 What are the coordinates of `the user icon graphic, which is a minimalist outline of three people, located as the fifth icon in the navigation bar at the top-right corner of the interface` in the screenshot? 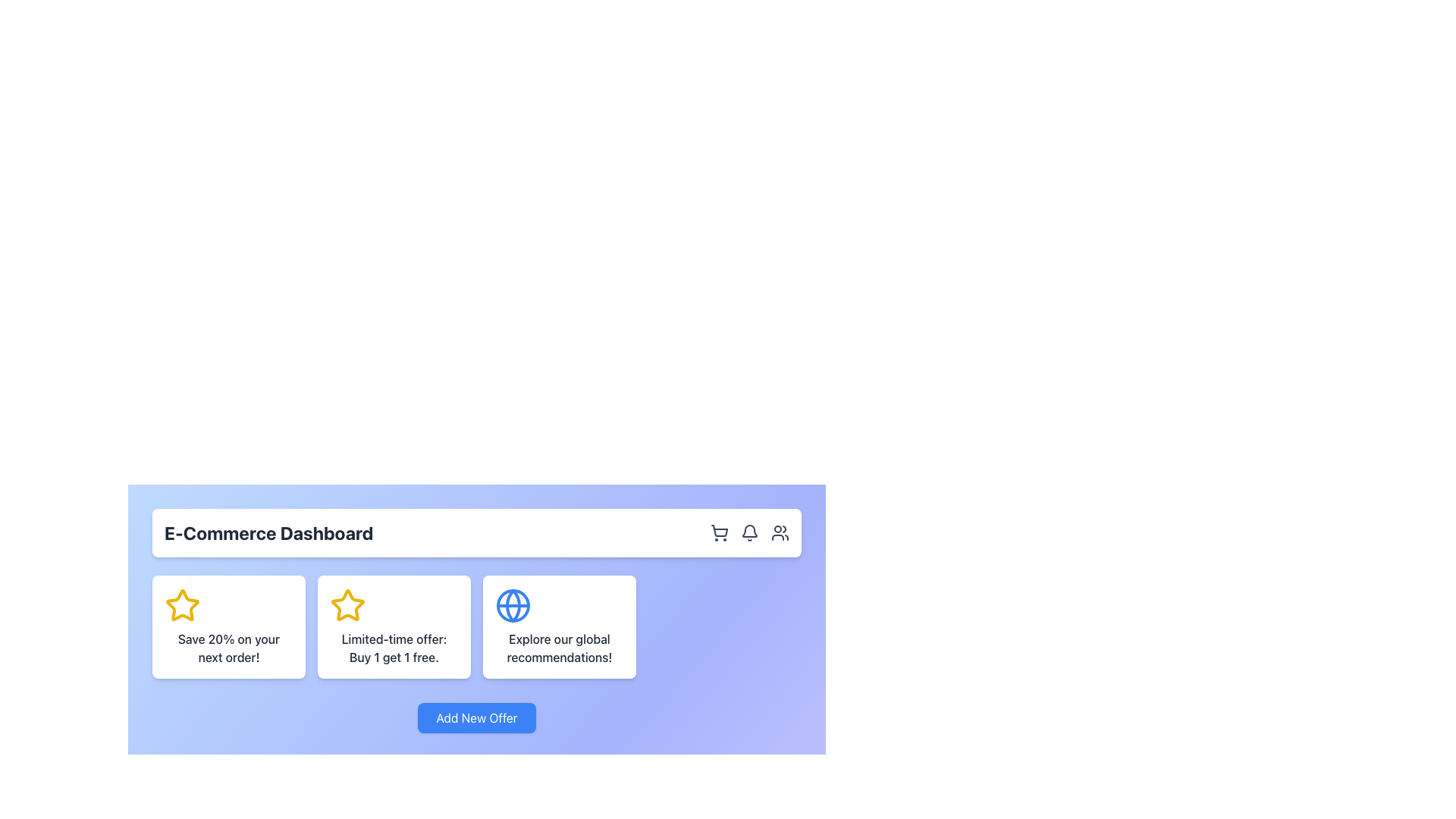 It's located at (780, 532).